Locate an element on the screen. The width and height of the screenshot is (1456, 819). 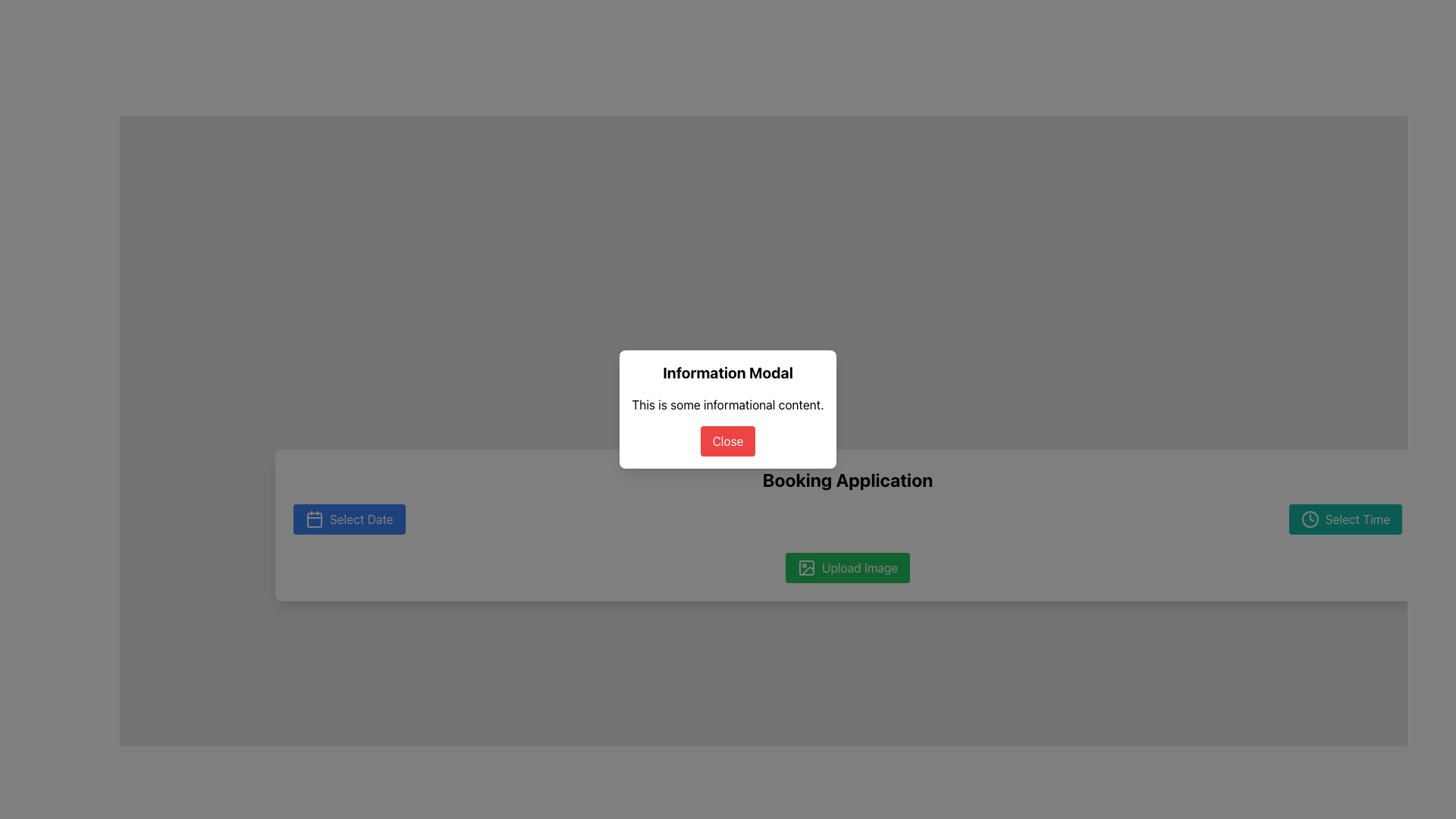
the vector graphic component that serves as a visual cue for the 'Upload Image' functionality, located in the bottom-right area of the icon next to the 'Upload Image' button is located at coordinates (807, 571).